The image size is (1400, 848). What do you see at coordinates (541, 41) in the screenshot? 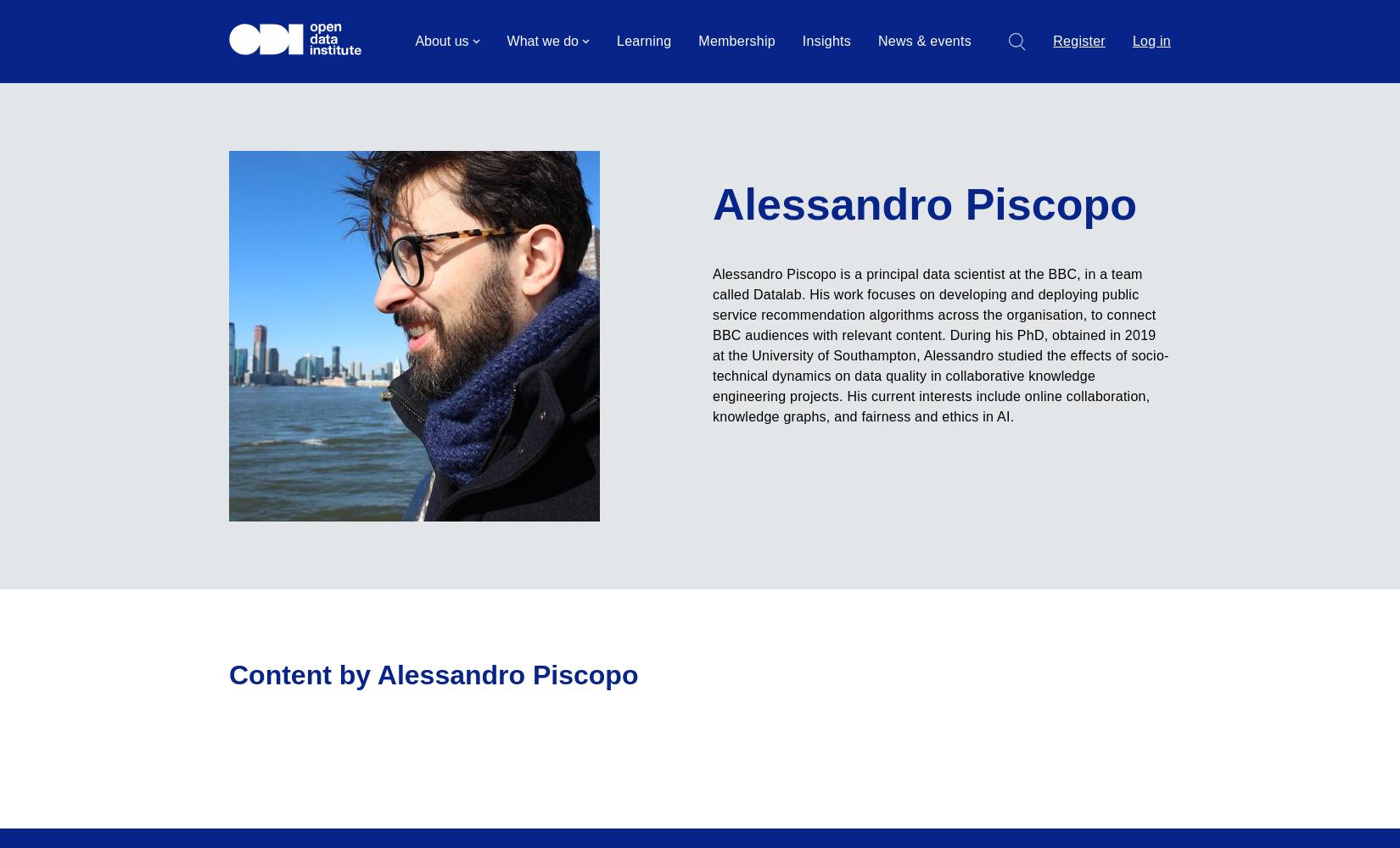
I see `'What we do'` at bounding box center [541, 41].